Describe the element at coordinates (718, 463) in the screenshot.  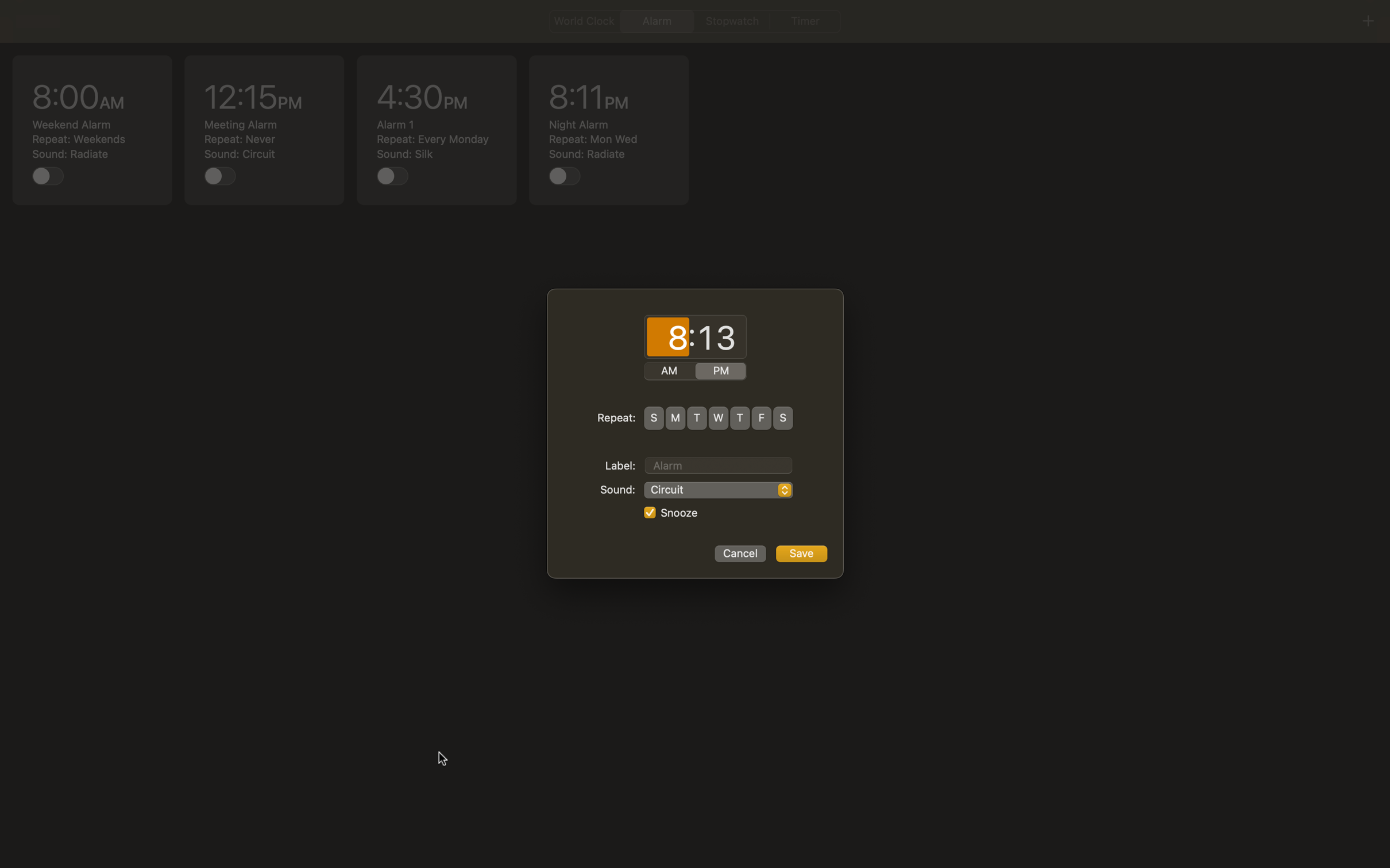
I see `Assign "Morning Jog" as the alarm name` at that location.